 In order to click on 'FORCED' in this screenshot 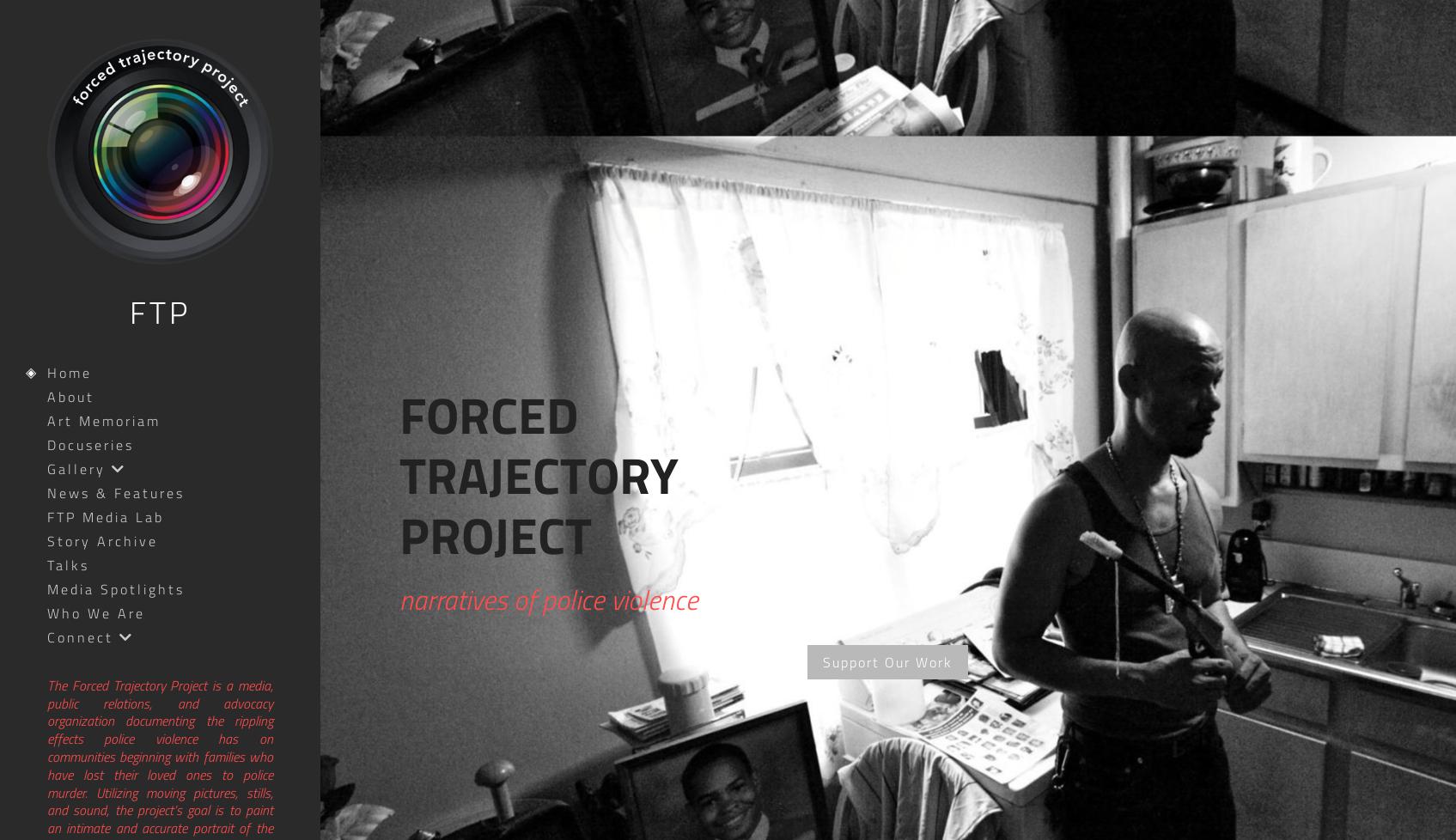, I will do `click(489, 414)`.